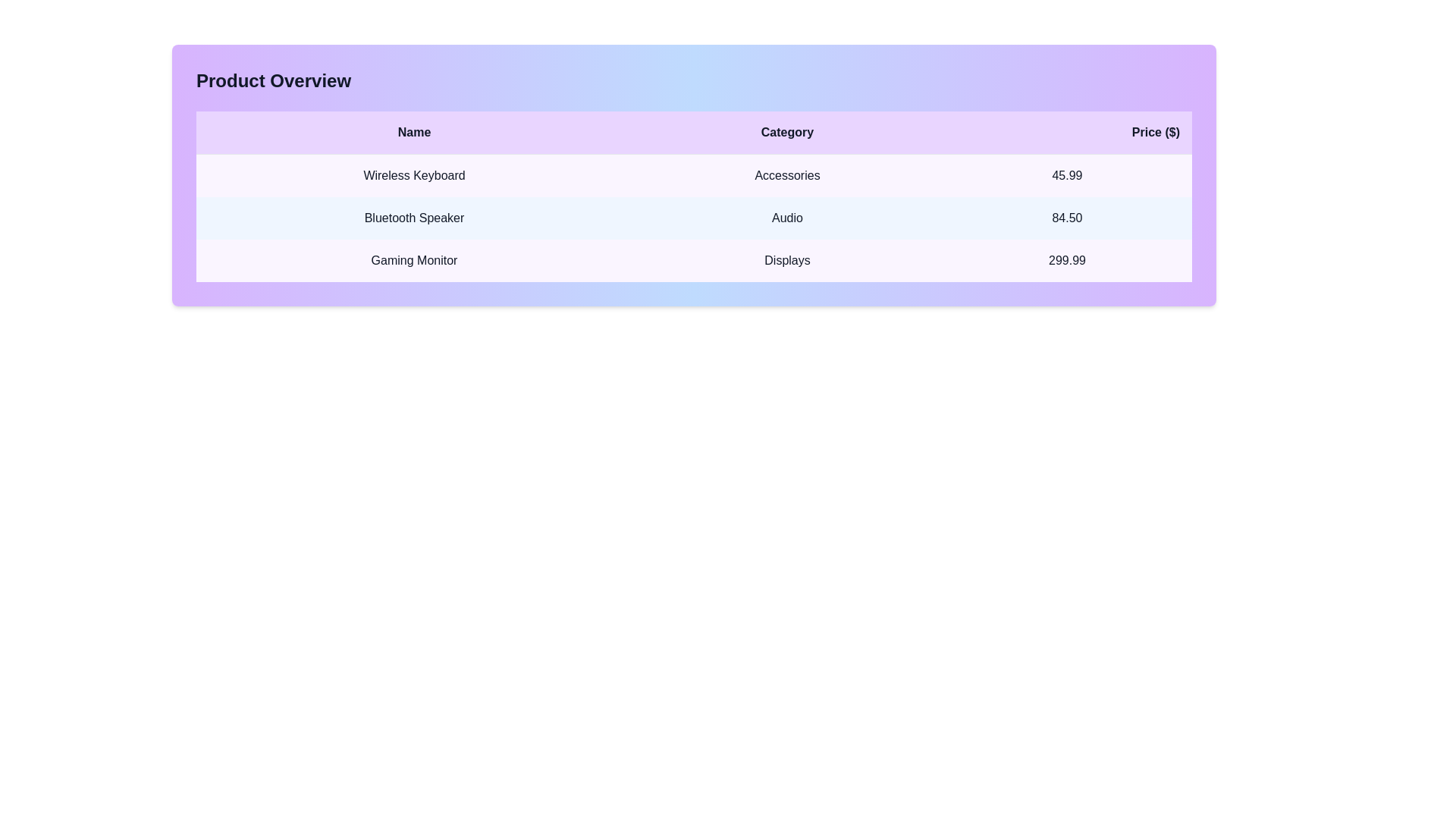 The width and height of the screenshot is (1456, 819). Describe the element at coordinates (693, 218) in the screenshot. I see `the second row of the table displaying the product information for 'Bluetooth Speaker', which includes its category 'Audio' and price '84.50'` at that location.